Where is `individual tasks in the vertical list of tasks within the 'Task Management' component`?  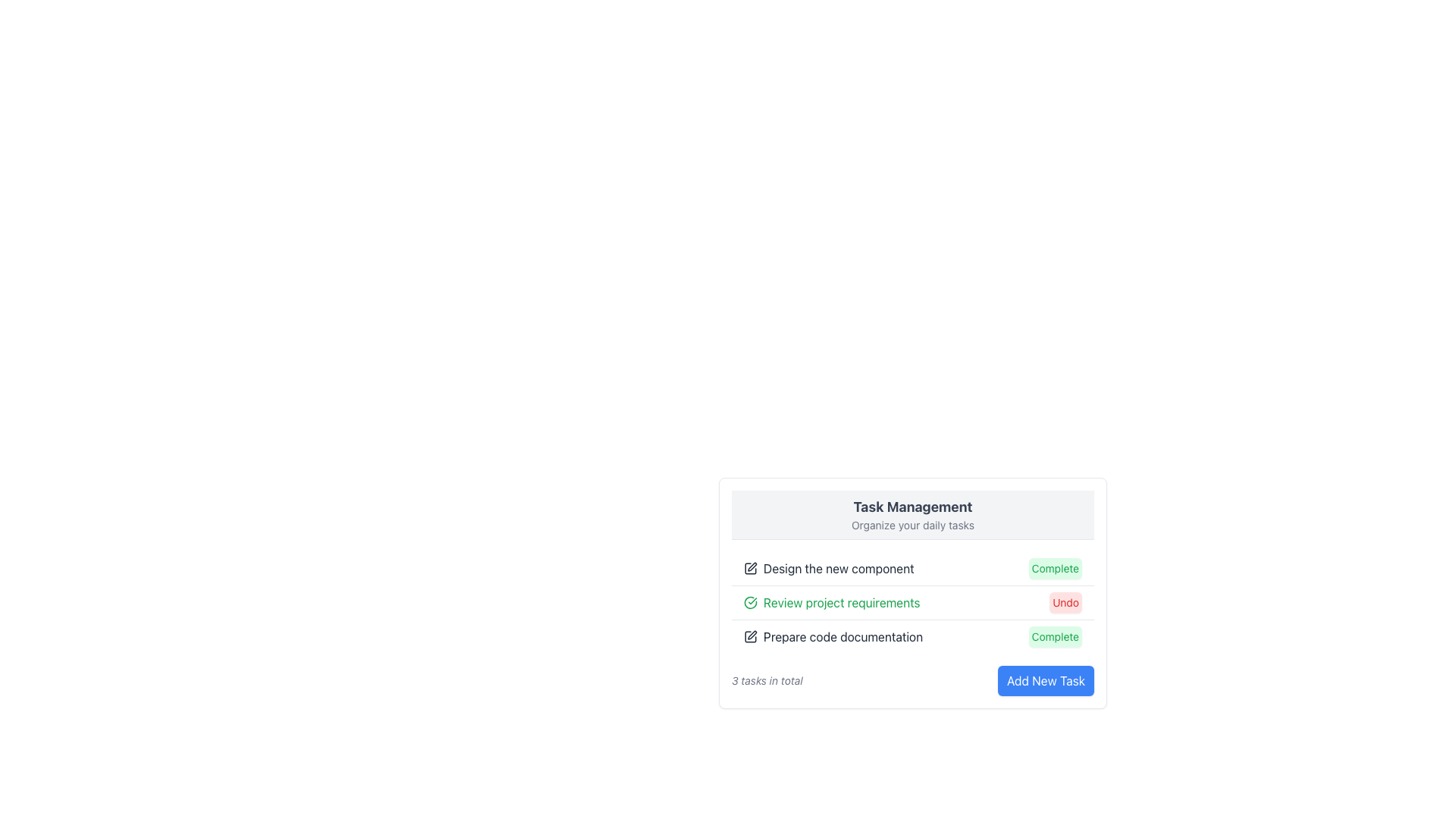 individual tasks in the vertical list of tasks within the 'Task Management' component is located at coordinates (912, 601).